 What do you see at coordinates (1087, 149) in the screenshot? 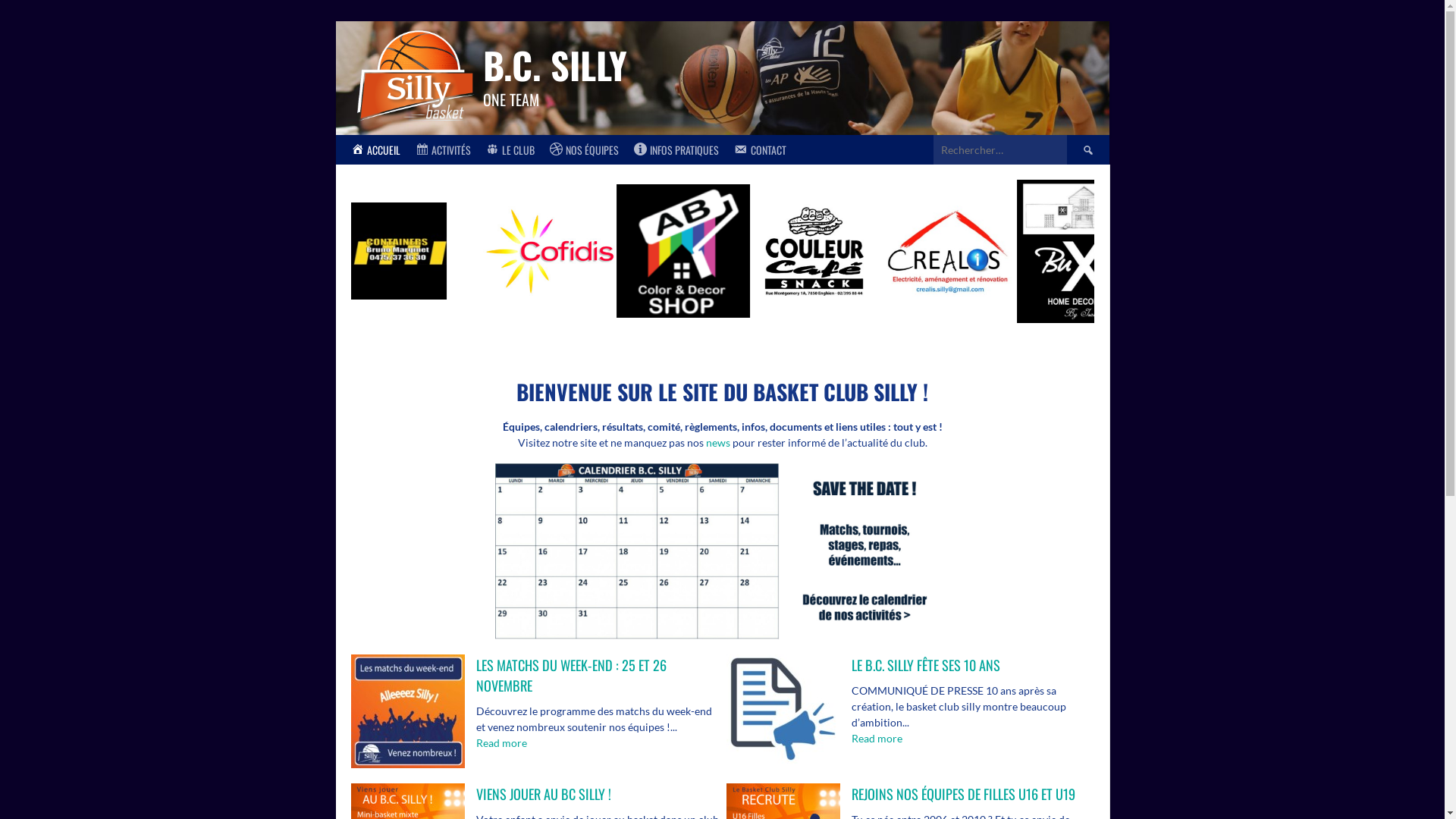
I see `'Rechercher'` at bounding box center [1087, 149].